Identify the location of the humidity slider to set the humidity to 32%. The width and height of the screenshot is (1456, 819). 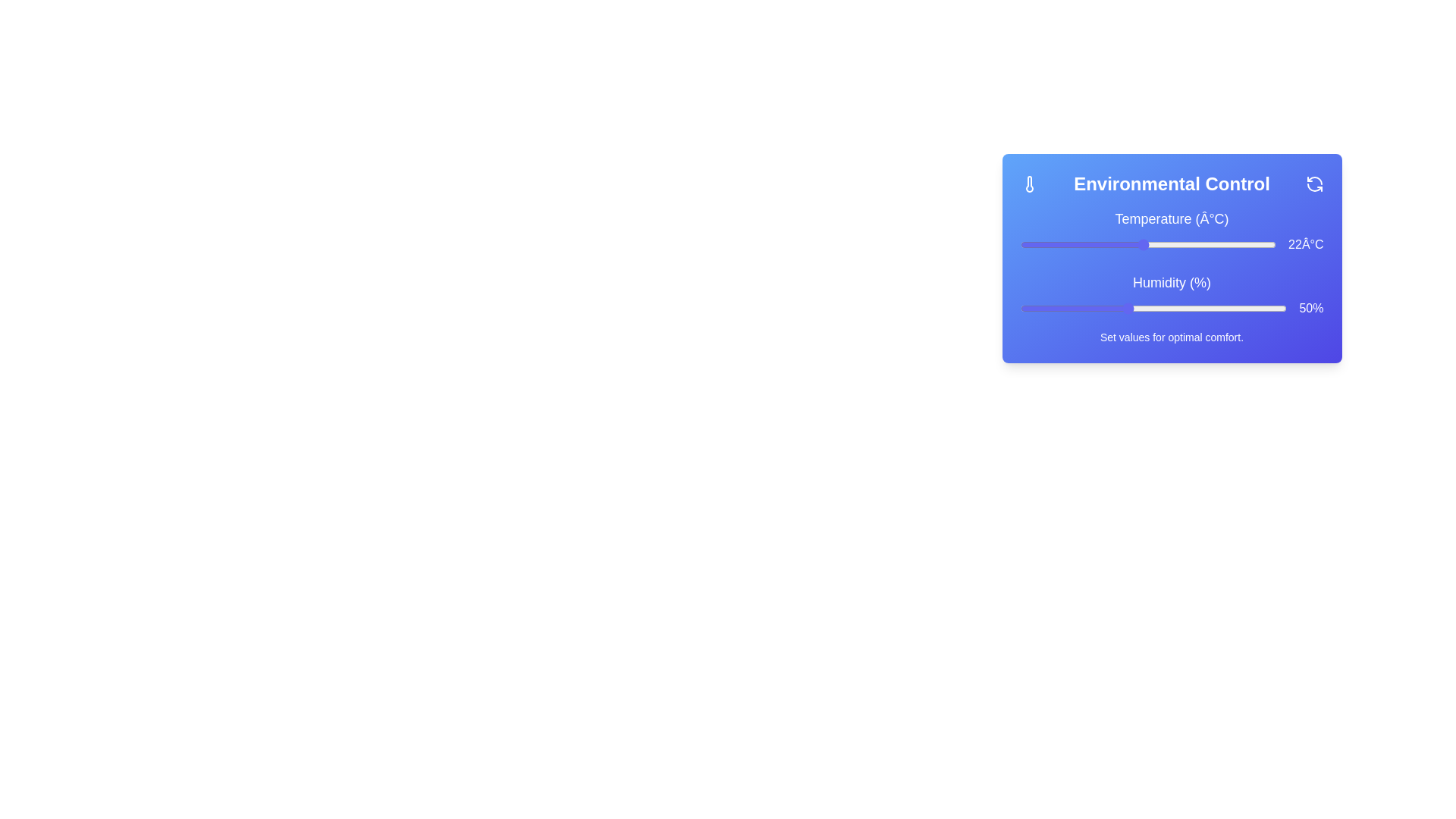
(1031, 308).